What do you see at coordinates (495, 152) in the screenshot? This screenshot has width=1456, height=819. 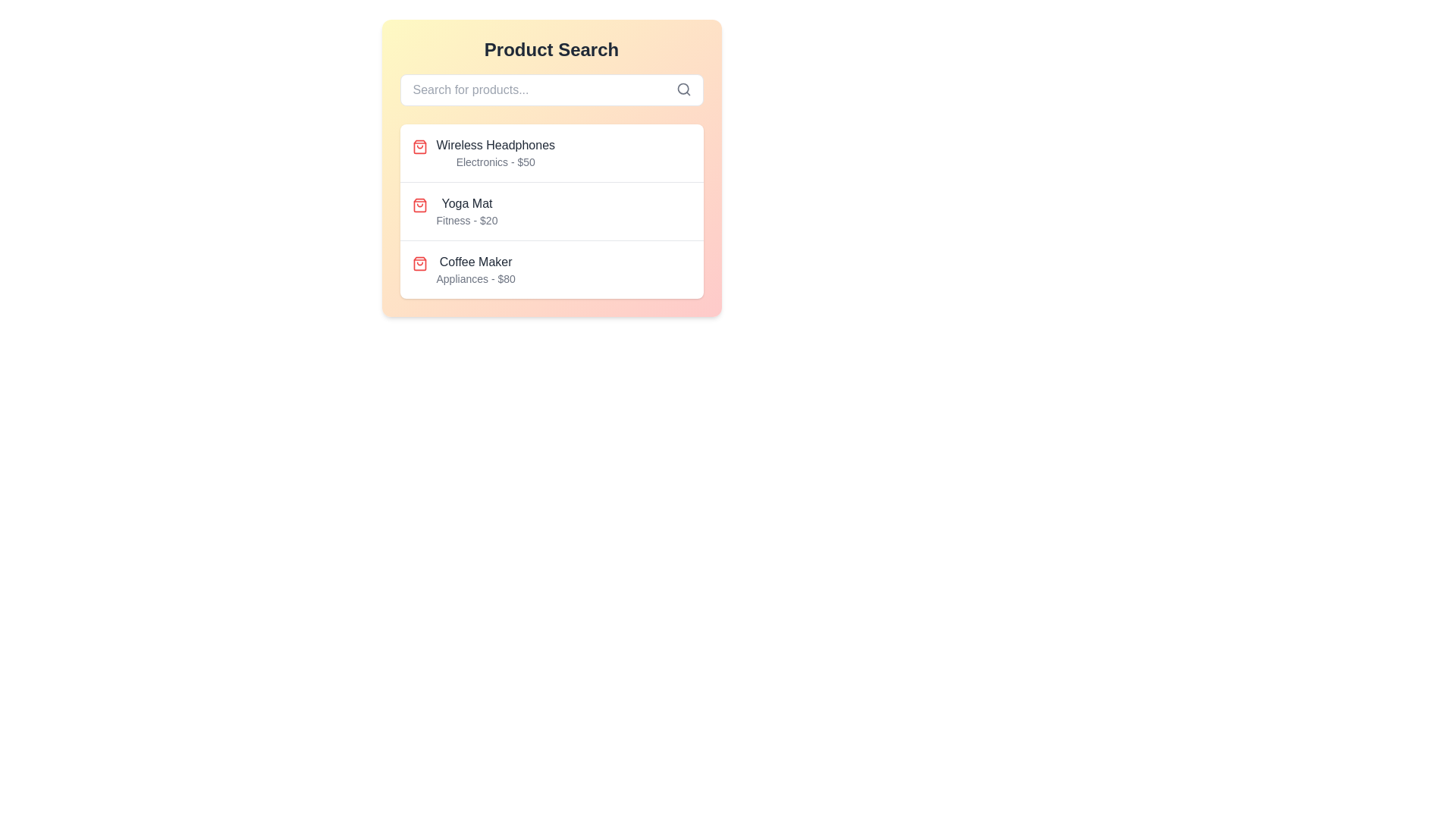 I see `on the text block representing 'Wireless Headphones' in the product search result` at bounding box center [495, 152].